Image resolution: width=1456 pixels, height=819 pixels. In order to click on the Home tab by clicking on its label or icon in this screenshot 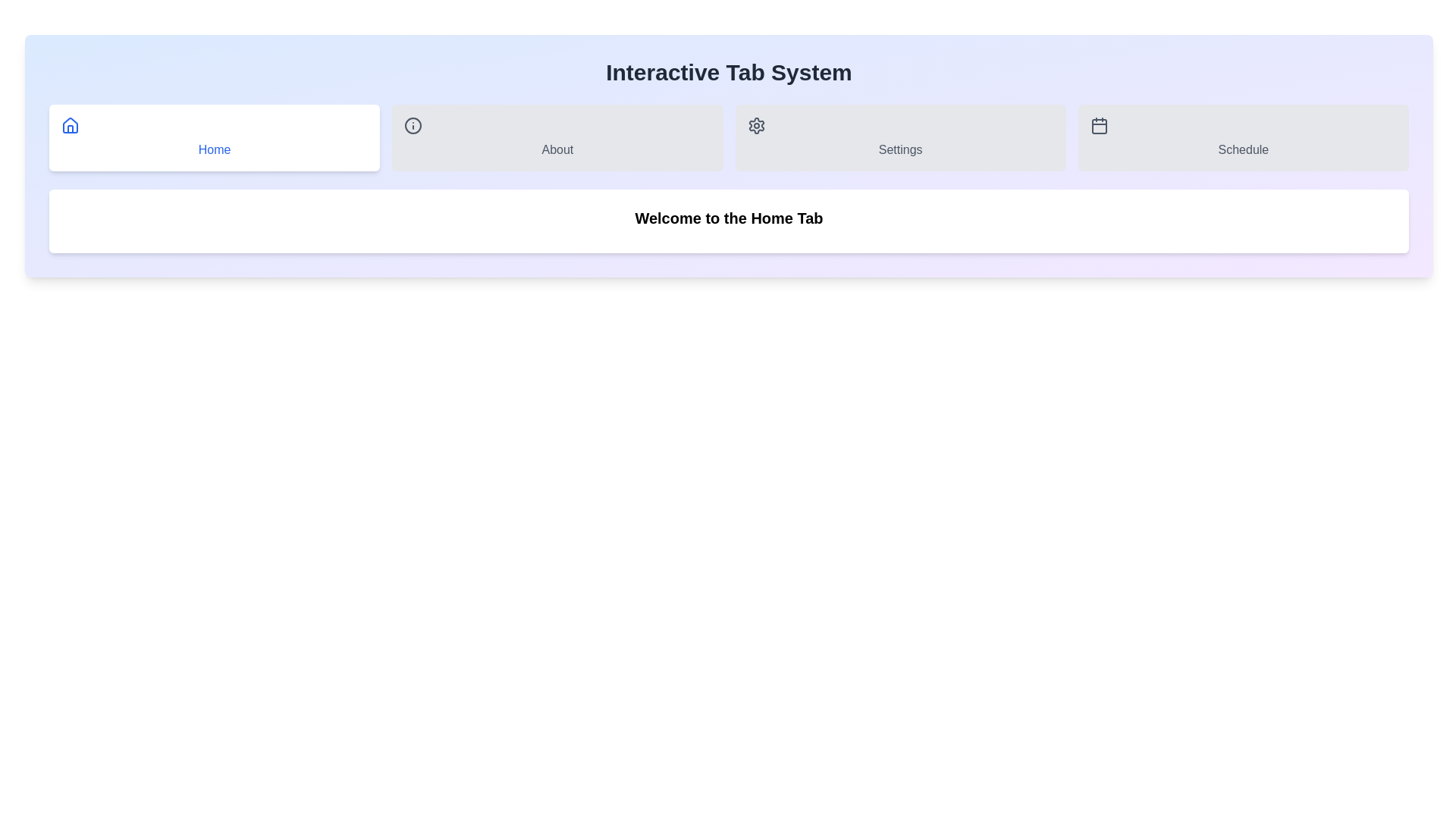, I will do `click(214, 137)`.